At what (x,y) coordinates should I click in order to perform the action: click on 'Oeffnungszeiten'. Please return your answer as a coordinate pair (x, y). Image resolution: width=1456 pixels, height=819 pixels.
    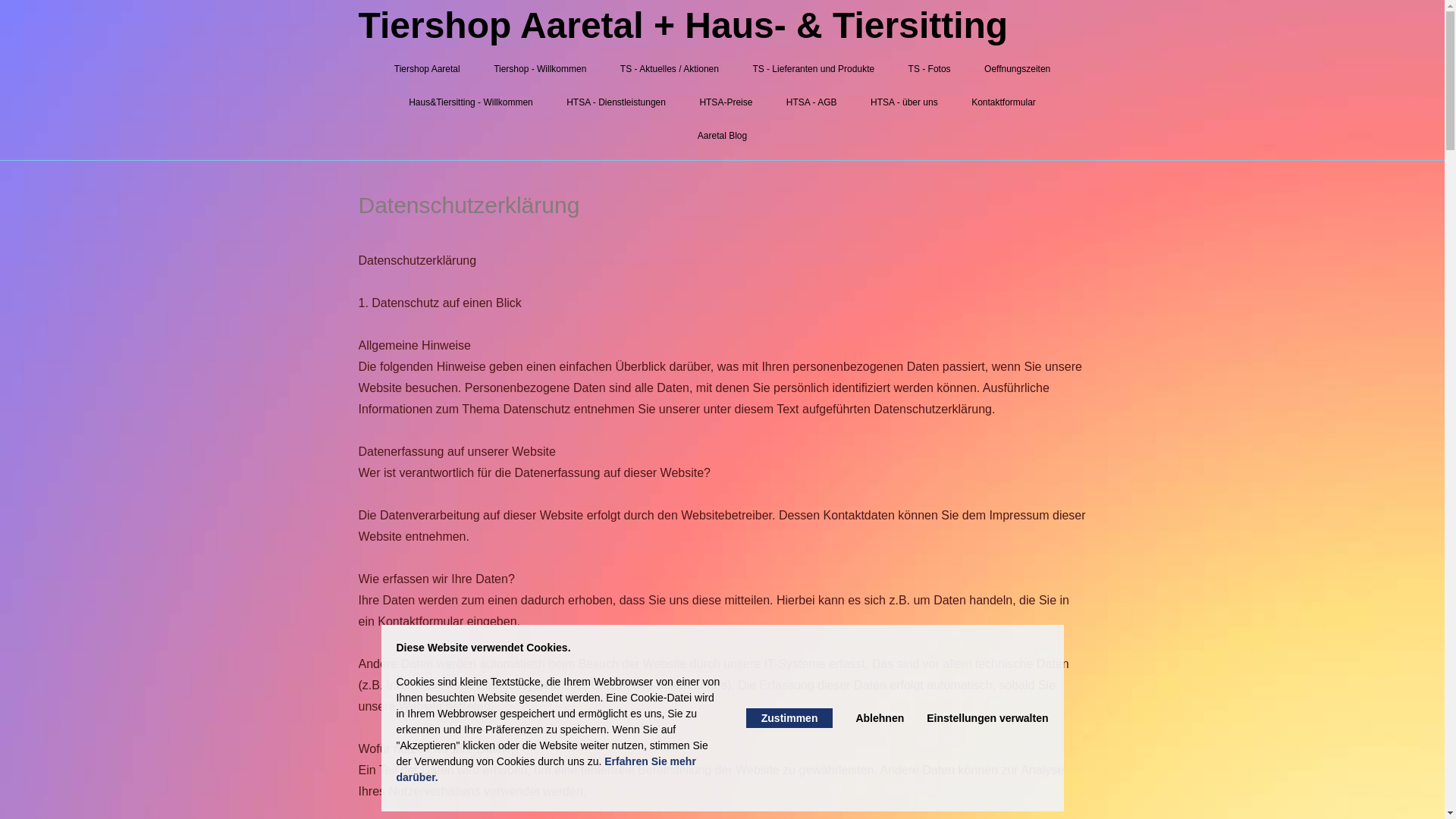
    Looking at the image, I should click on (1017, 69).